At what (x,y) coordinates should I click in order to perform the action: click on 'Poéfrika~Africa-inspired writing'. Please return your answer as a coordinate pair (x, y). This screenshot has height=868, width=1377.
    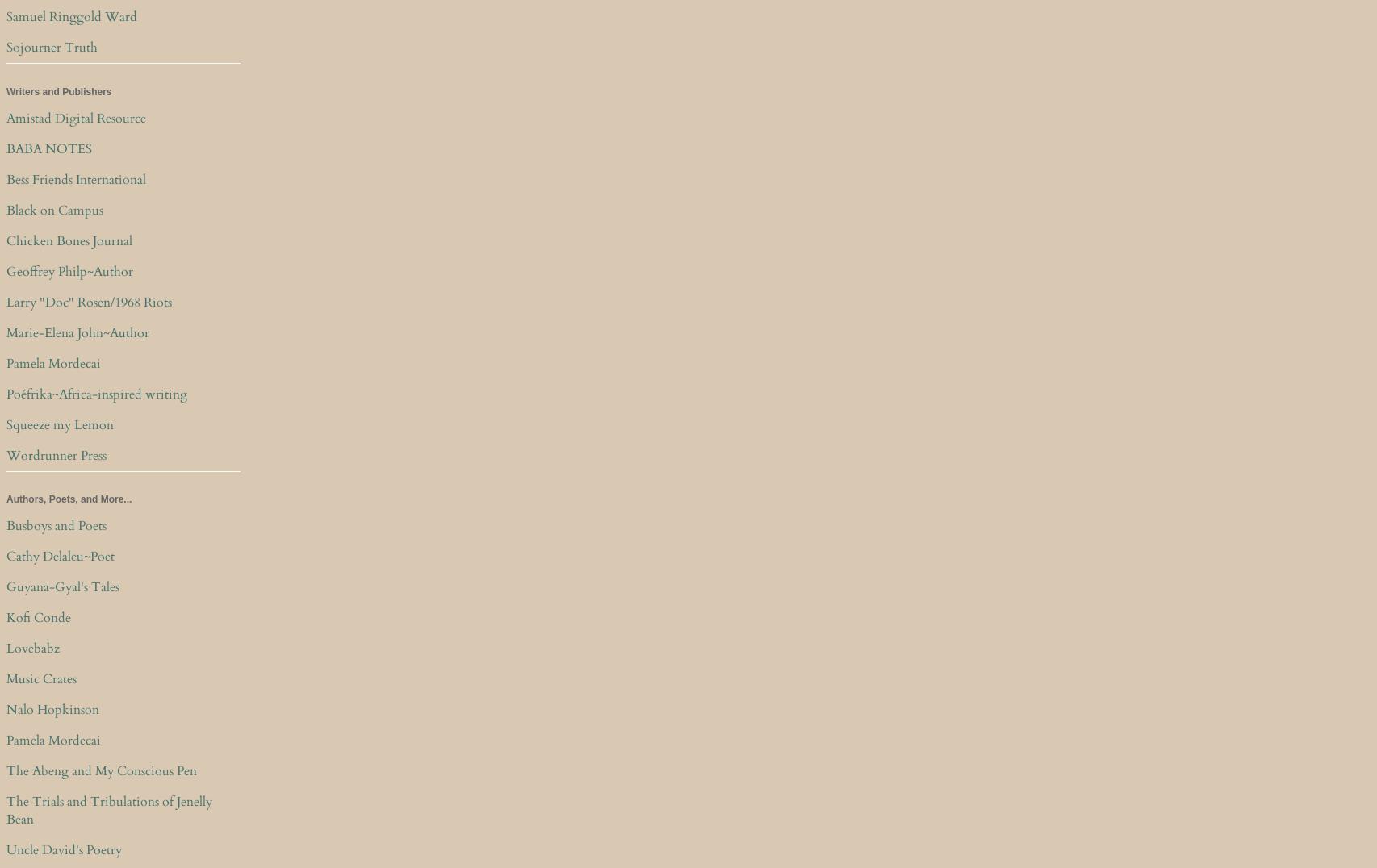
    Looking at the image, I should click on (96, 392).